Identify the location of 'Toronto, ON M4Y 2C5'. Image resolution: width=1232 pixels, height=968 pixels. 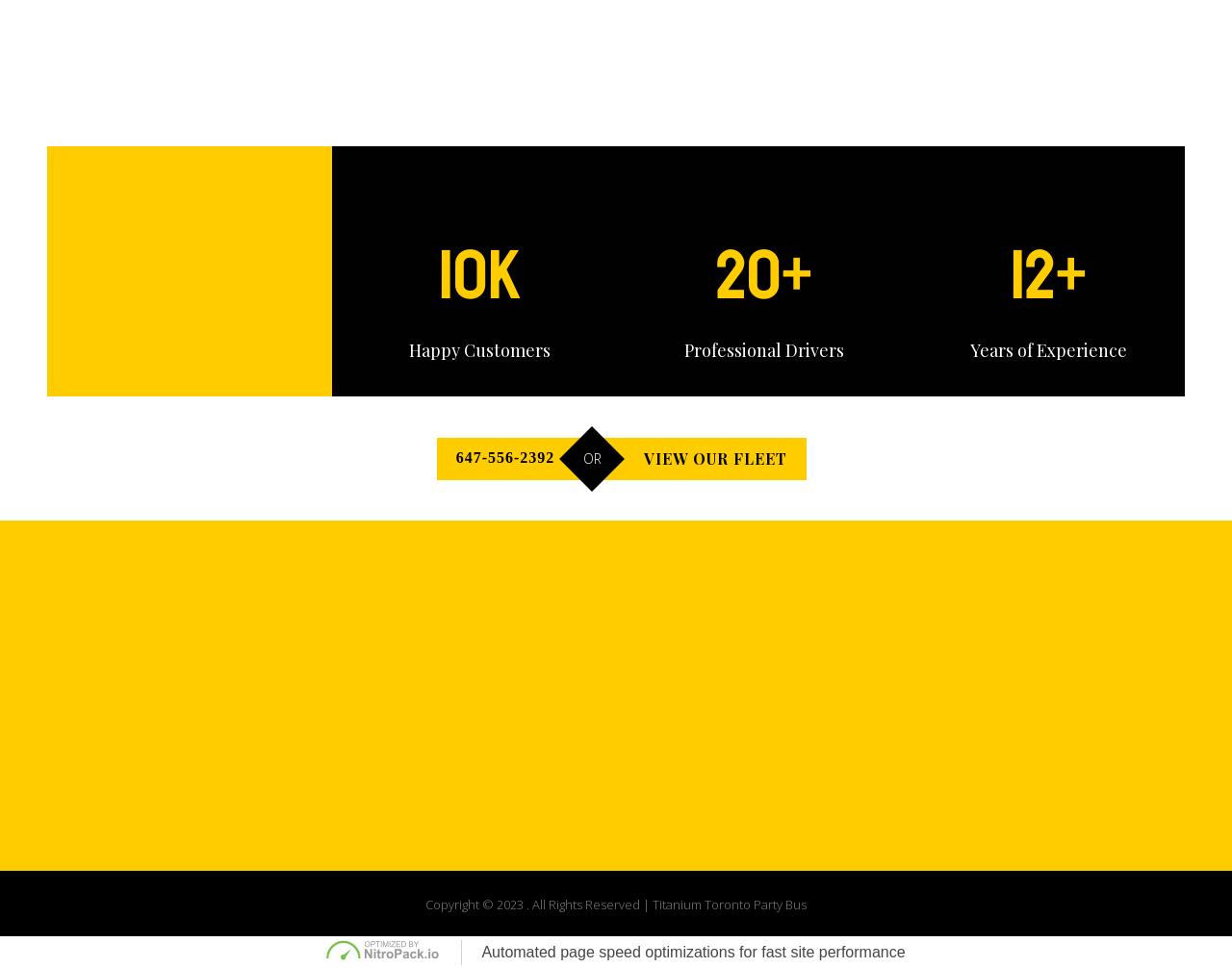
(531, 669).